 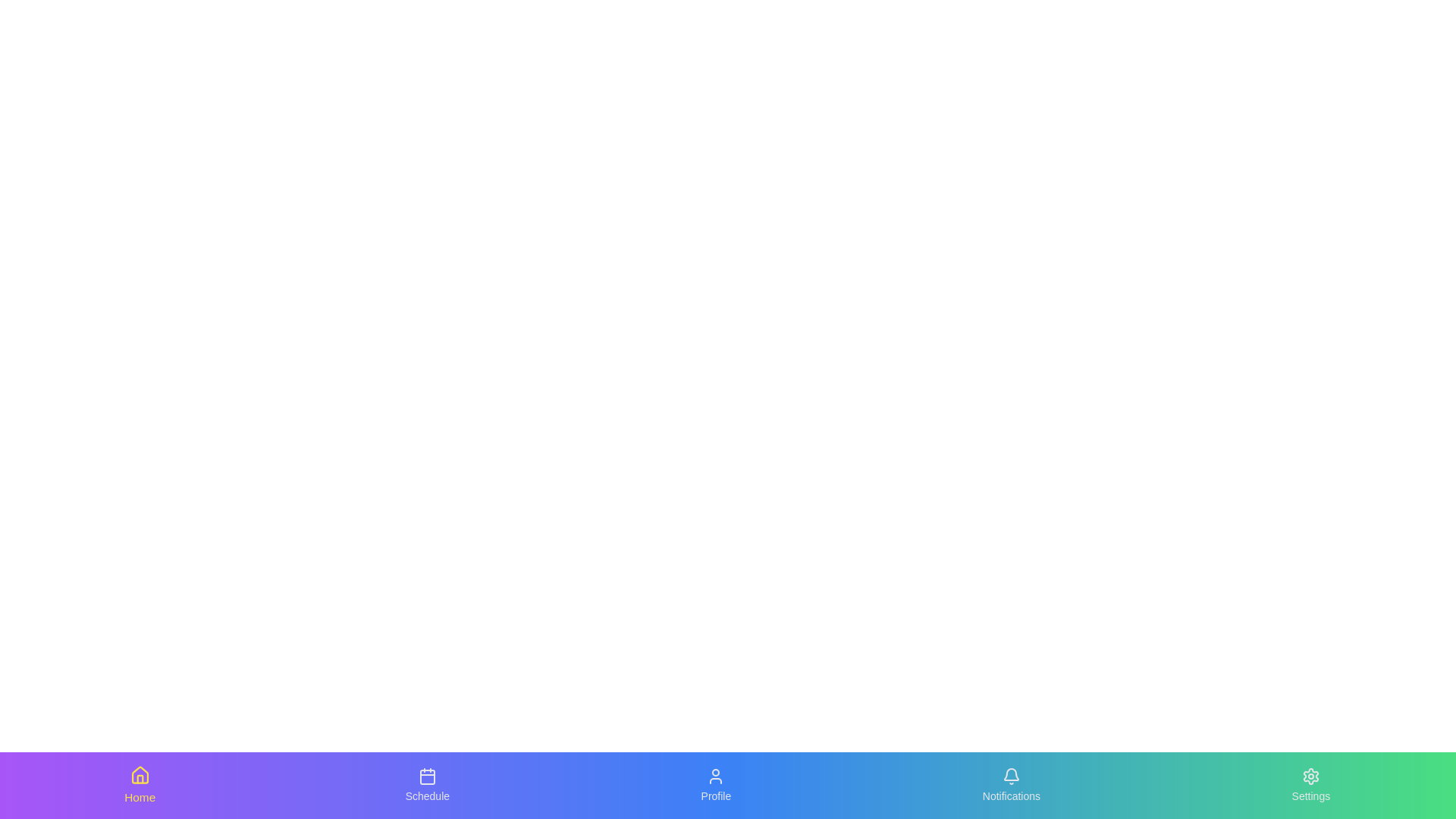 I want to click on the Schedule tab to activate it, so click(x=427, y=785).